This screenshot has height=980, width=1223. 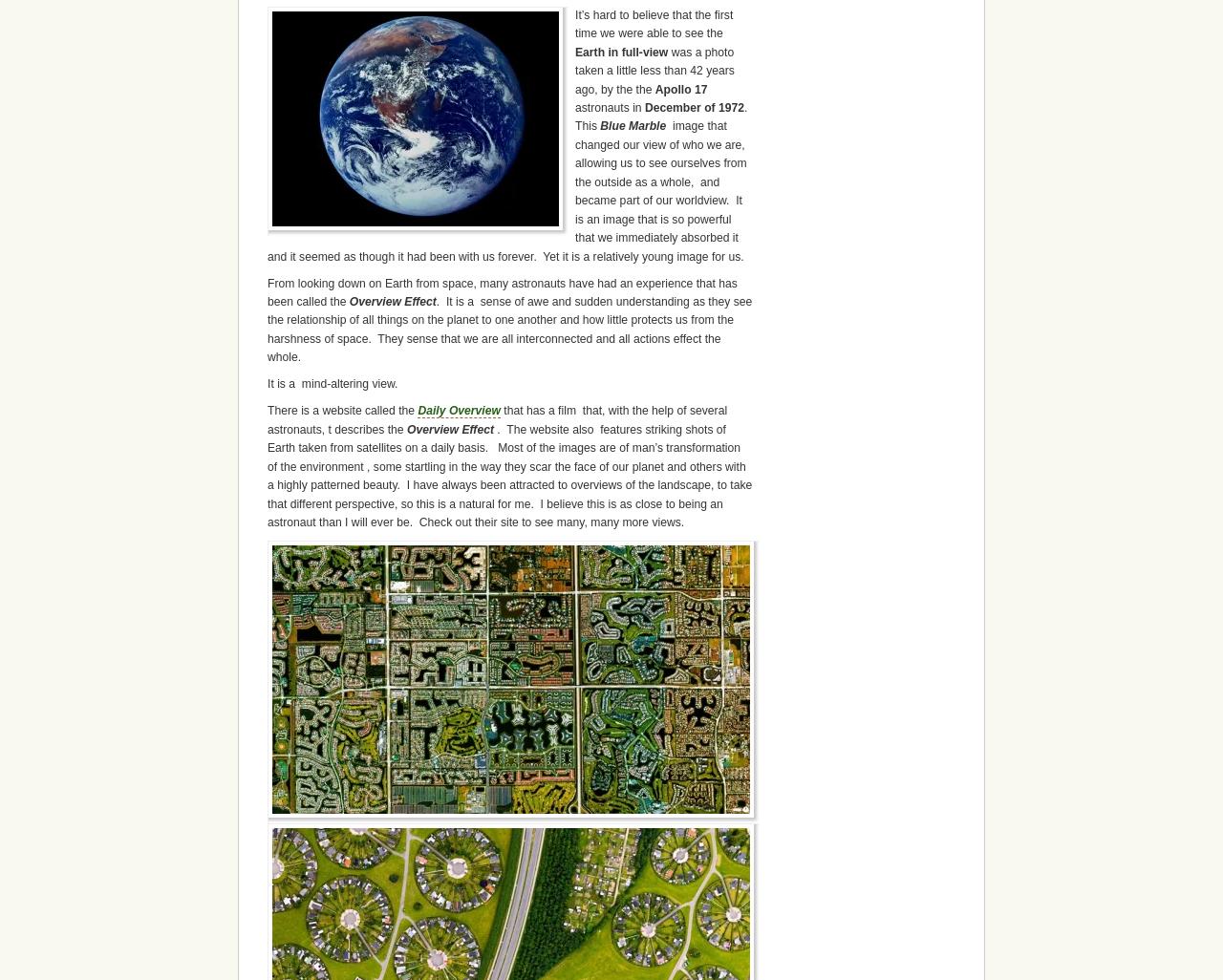 What do you see at coordinates (654, 69) in the screenshot?
I see `'was a photo taken a little less than 42 years ago, by the the'` at bounding box center [654, 69].